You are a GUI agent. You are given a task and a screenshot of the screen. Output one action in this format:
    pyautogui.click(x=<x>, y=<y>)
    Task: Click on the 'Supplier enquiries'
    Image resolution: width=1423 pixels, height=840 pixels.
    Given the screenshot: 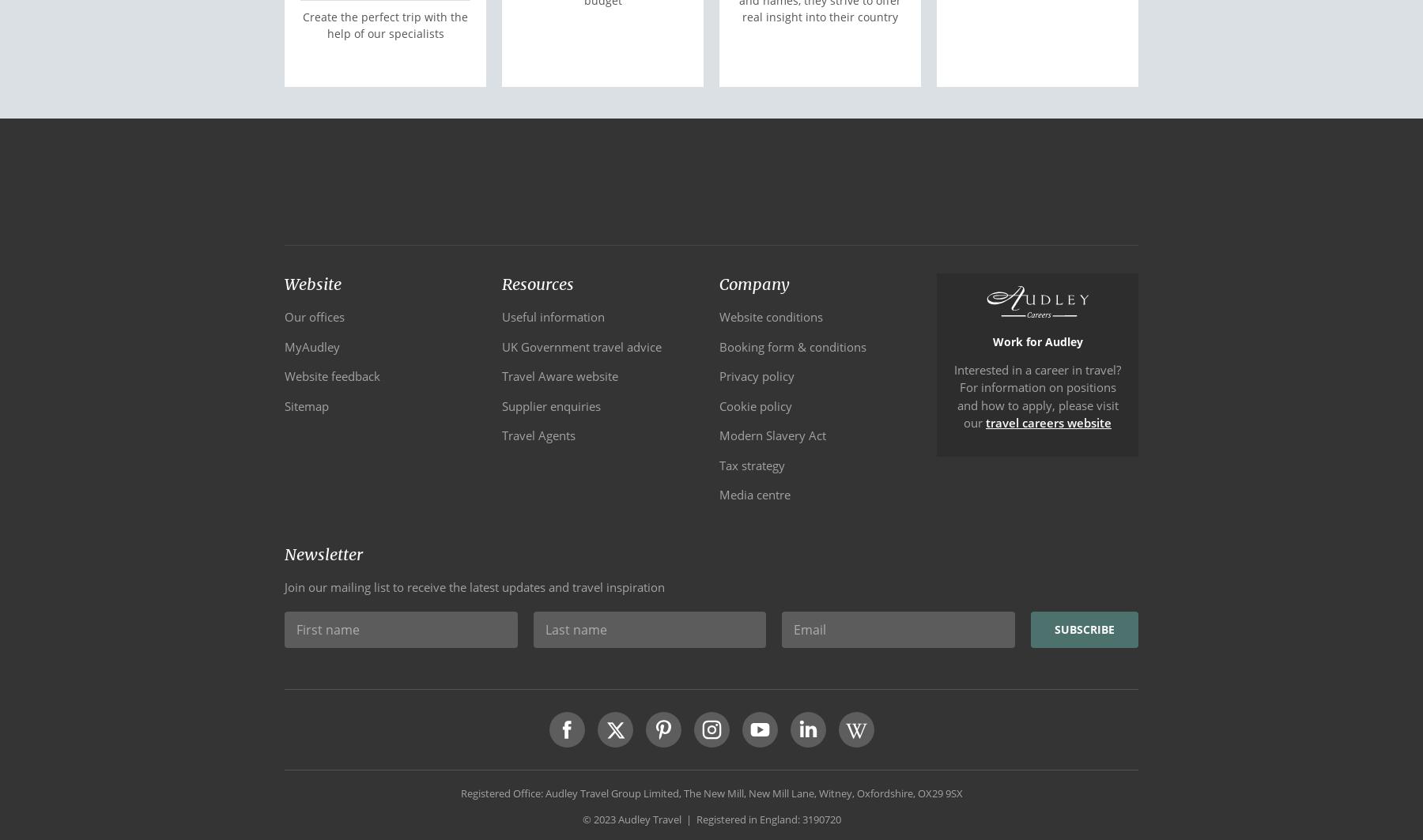 What is the action you would take?
    pyautogui.click(x=550, y=405)
    